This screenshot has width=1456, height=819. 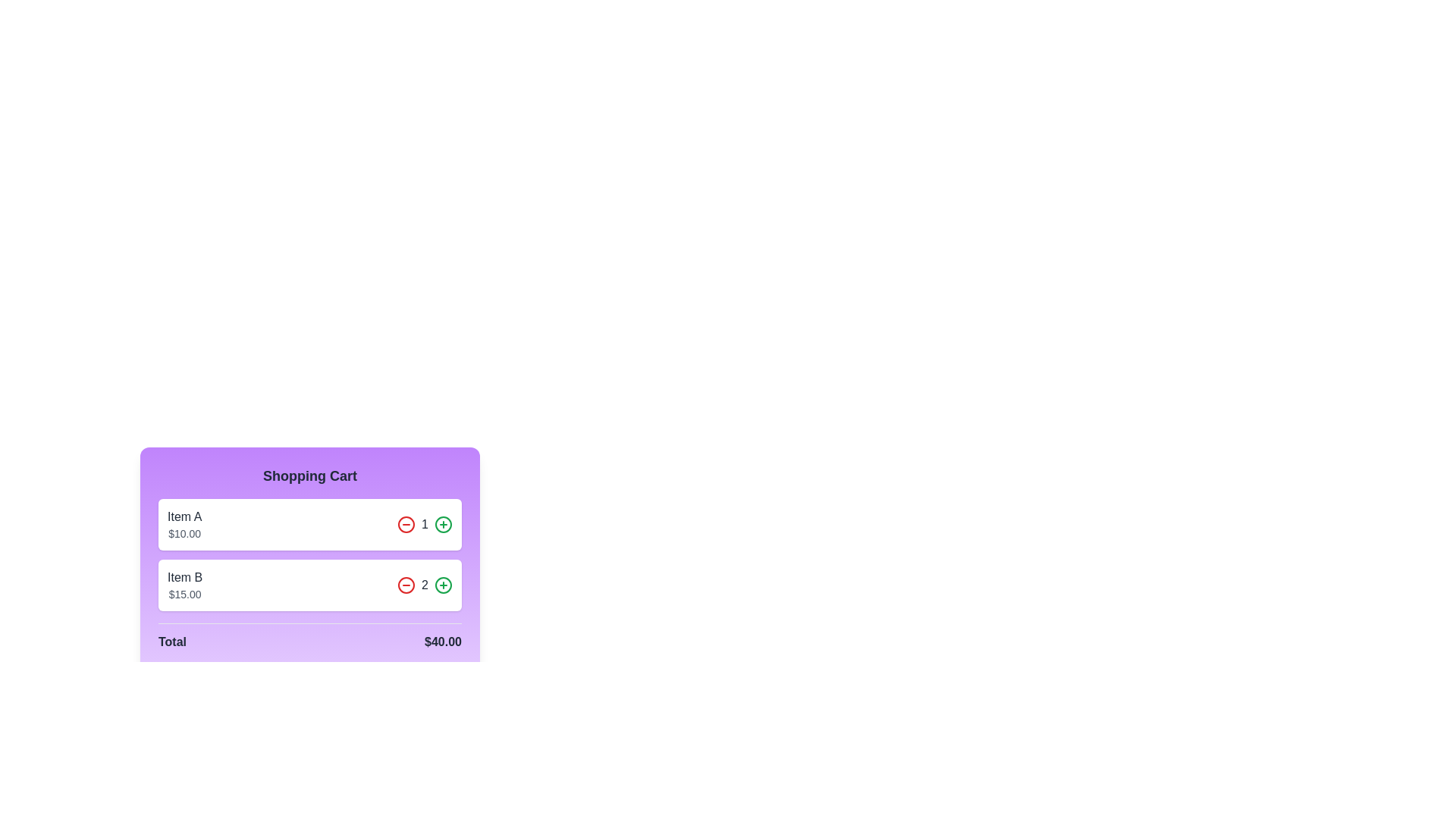 What do you see at coordinates (425, 523) in the screenshot?
I see `the numeric label displaying '1' that is centrally positioned between the red decrement and green increment buttons in the 'Item A' row of the shopping cart widget` at bounding box center [425, 523].